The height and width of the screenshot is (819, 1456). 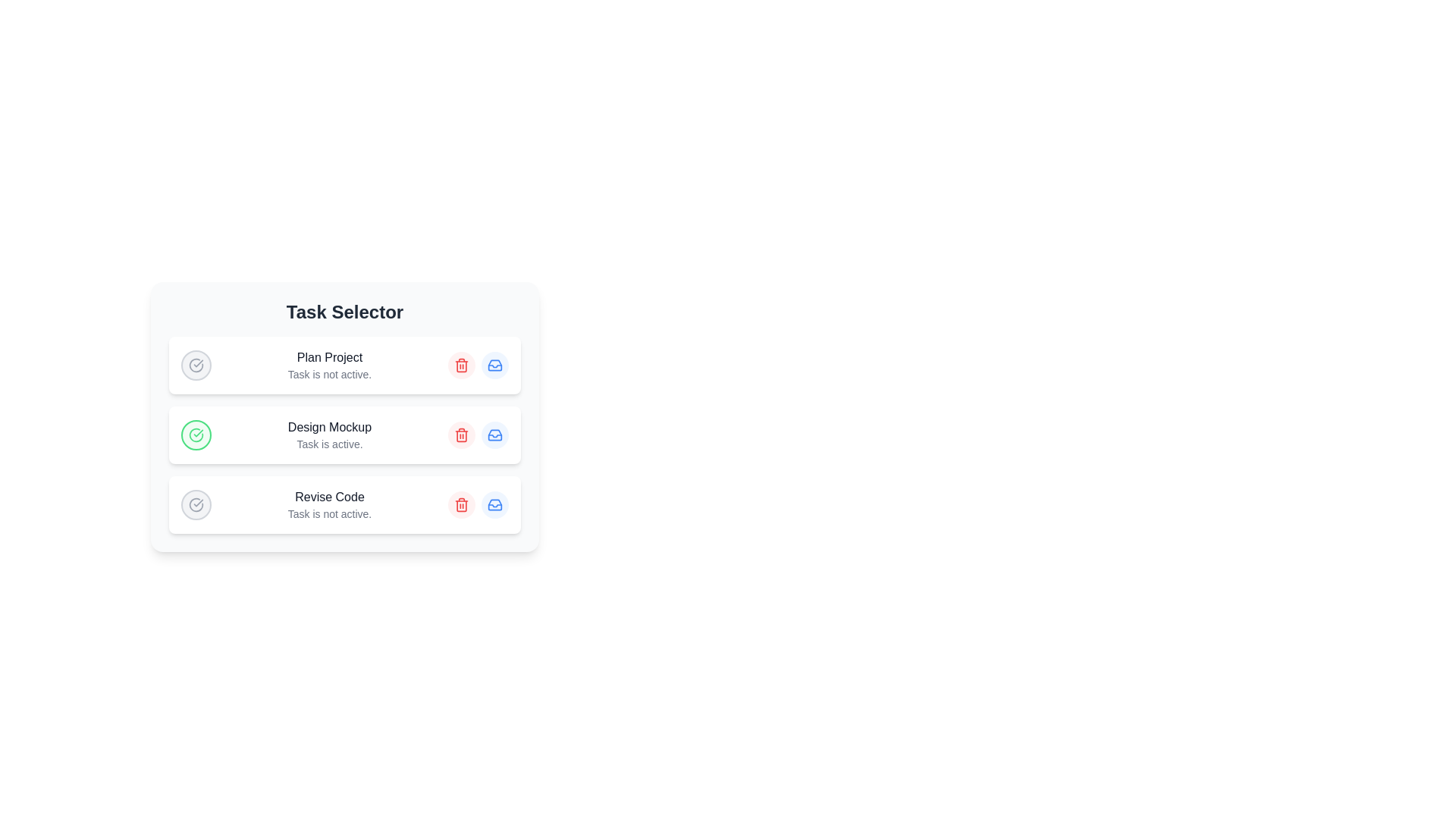 I want to click on the red trash can icon button, which is part of the 'Trash' action button group located to the right of the 'Revise Code' task description in the third row, so click(x=461, y=505).